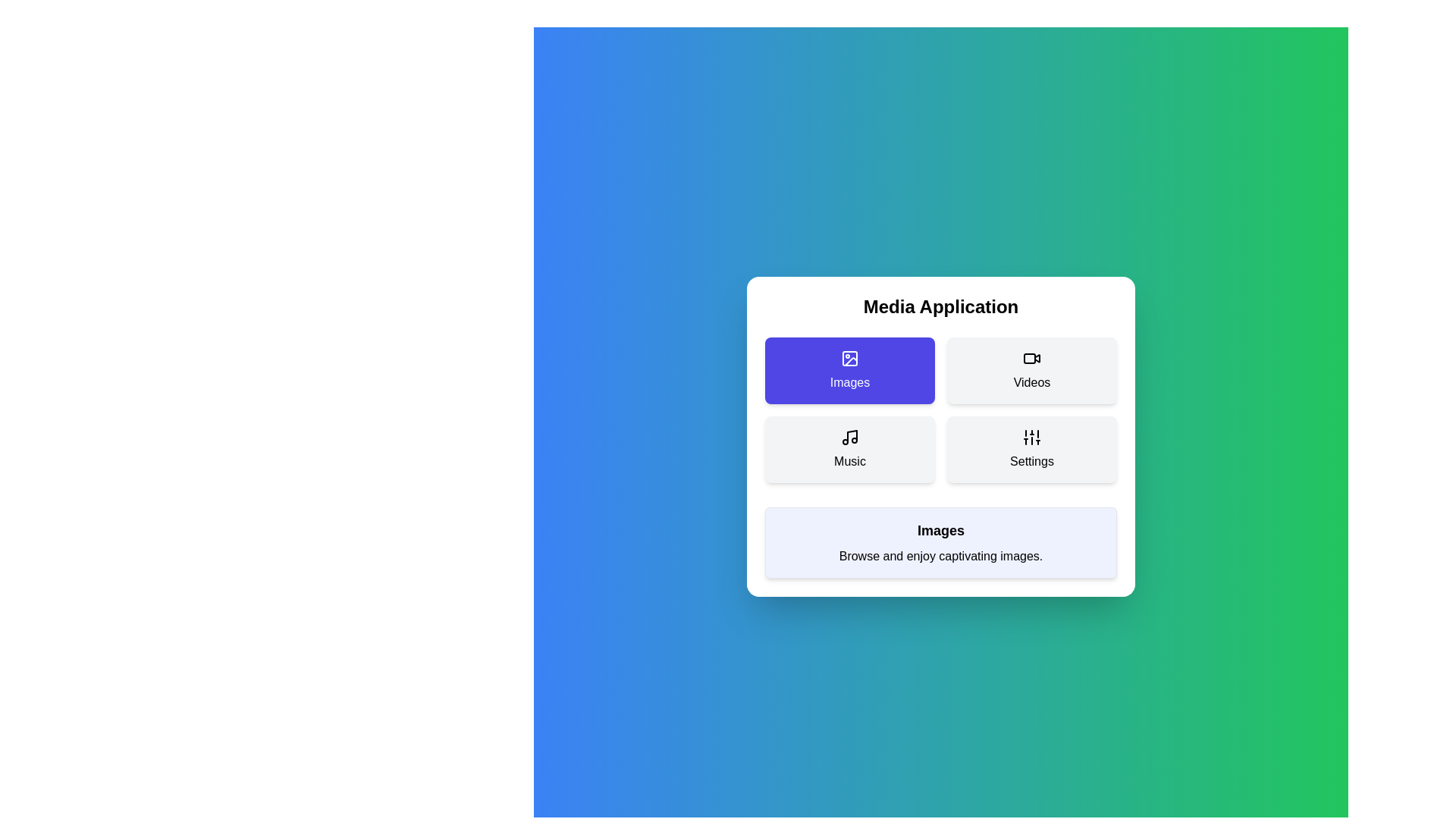  Describe the element at coordinates (1031, 371) in the screenshot. I see `the button corresponding to the menu item Videos` at that location.